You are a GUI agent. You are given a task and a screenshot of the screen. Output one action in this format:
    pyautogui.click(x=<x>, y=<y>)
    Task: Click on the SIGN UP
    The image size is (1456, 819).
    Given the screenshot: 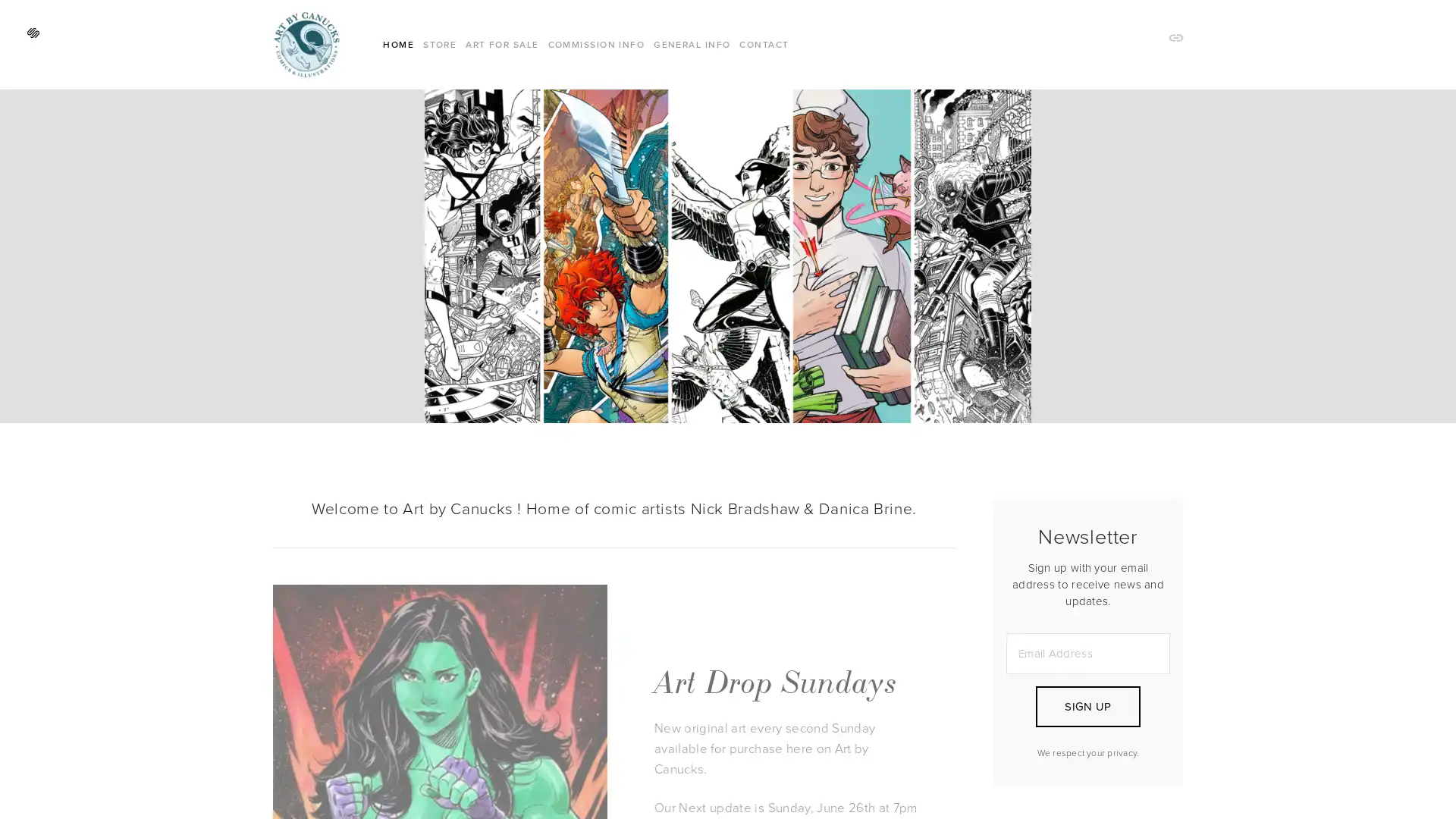 What is the action you would take?
    pyautogui.click(x=1087, y=707)
    